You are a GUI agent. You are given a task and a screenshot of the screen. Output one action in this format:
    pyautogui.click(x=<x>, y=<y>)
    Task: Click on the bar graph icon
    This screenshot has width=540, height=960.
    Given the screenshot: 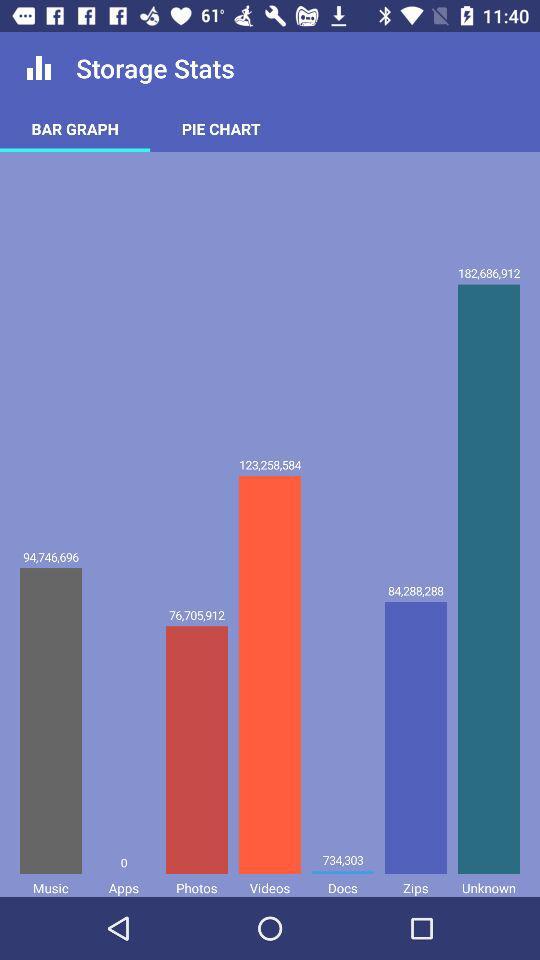 What is the action you would take?
    pyautogui.click(x=74, y=127)
    